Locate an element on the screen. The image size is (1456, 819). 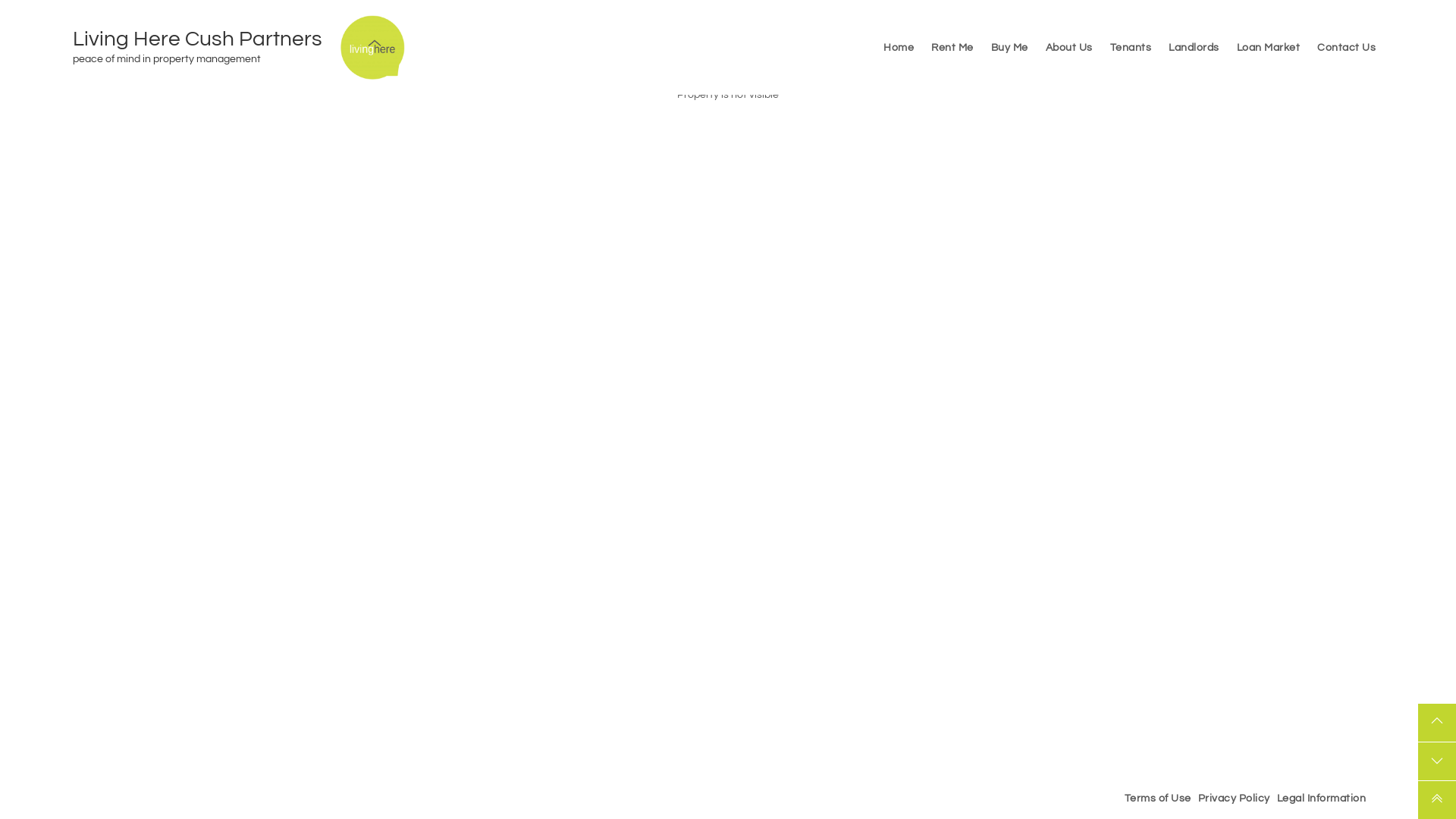
'Privacy Policy' is located at coordinates (1233, 798).